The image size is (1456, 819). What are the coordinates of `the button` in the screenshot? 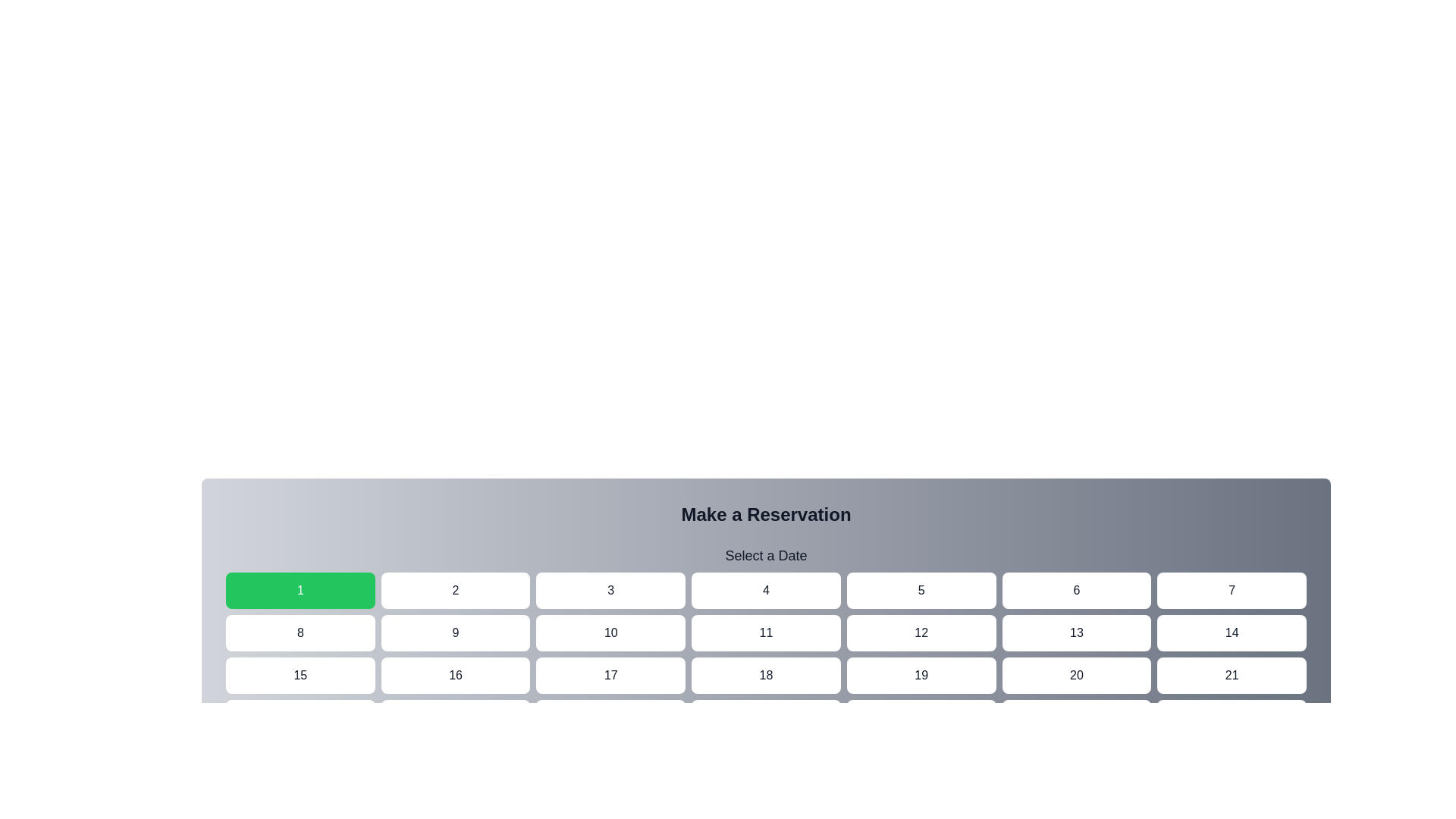 It's located at (921, 675).